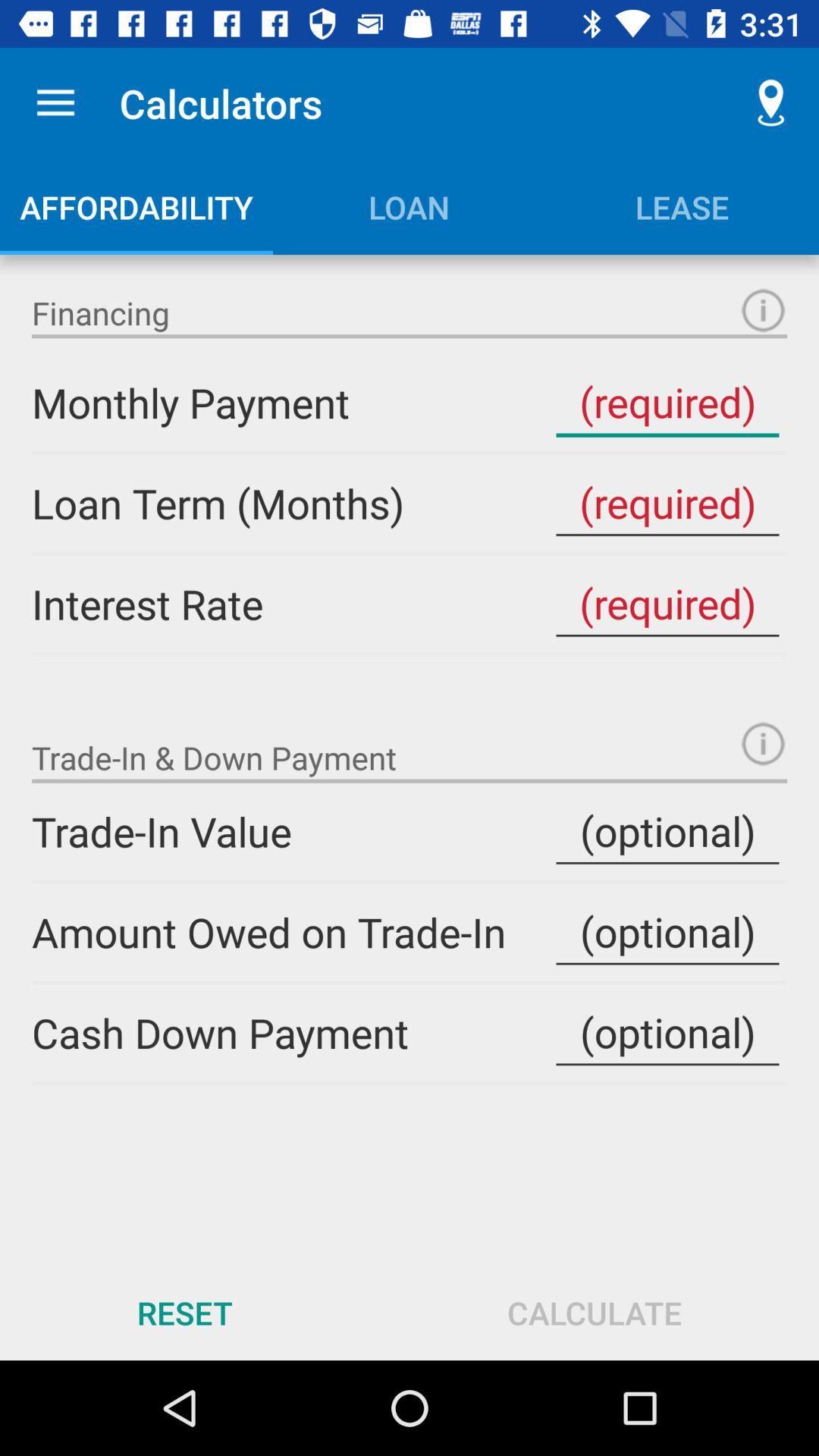 Image resolution: width=819 pixels, height=1456 pixels. I want to click on amount owed option, so click(667, 931).